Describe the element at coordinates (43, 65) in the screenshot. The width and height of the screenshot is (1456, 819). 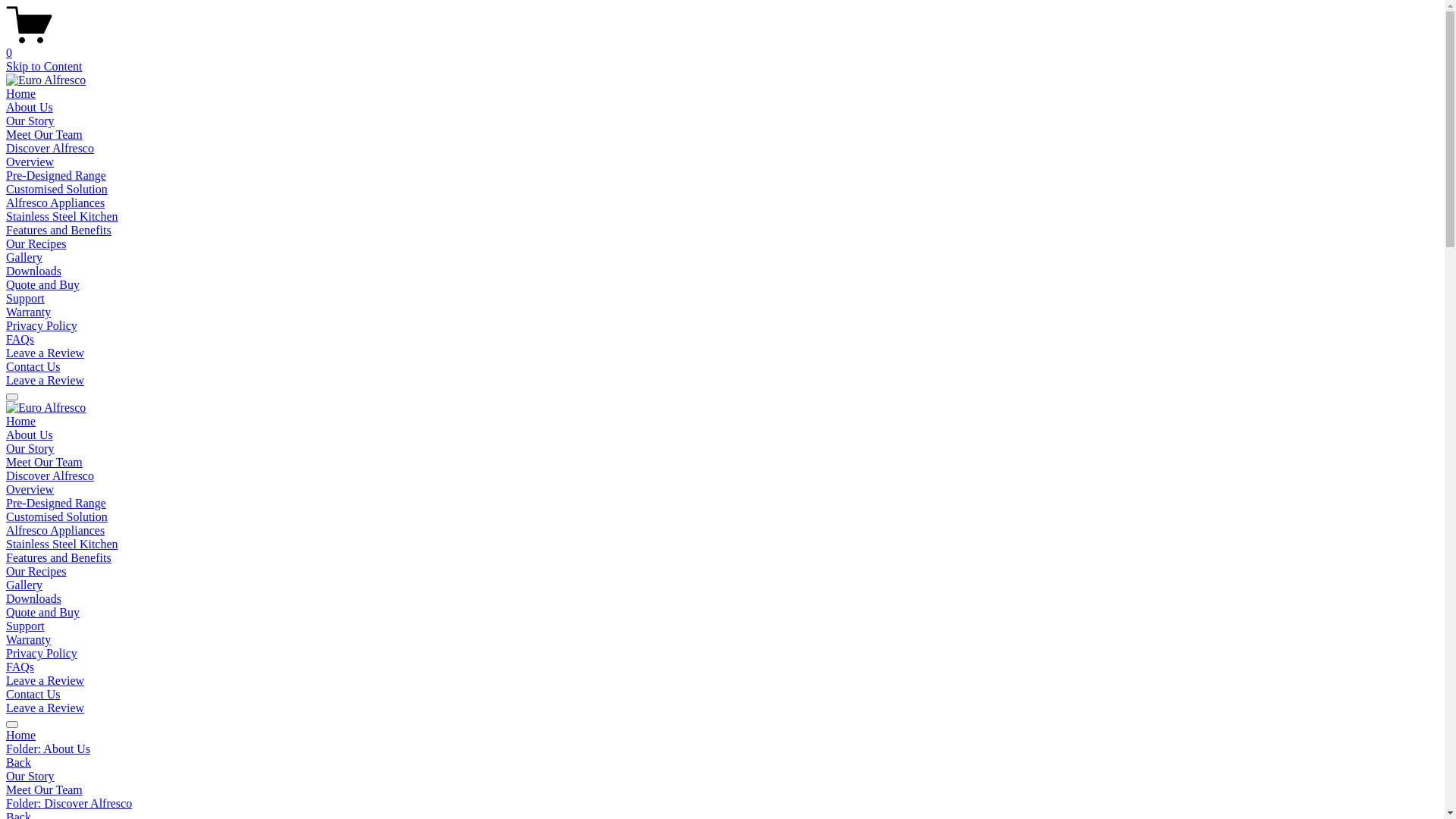
I see `'Skip to Content'` at that location.